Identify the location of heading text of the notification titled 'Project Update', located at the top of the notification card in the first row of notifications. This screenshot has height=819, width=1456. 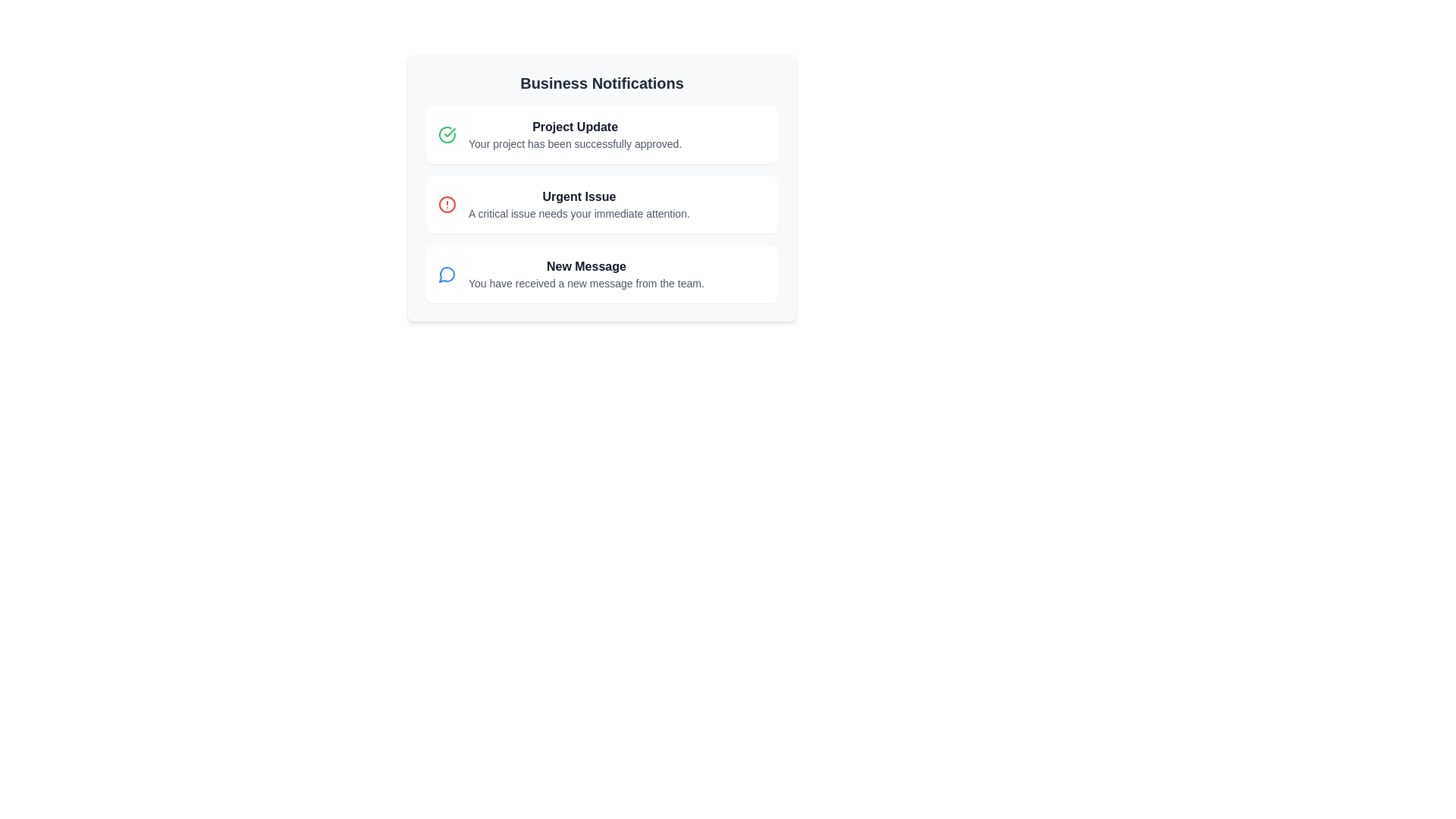
(574, 127).